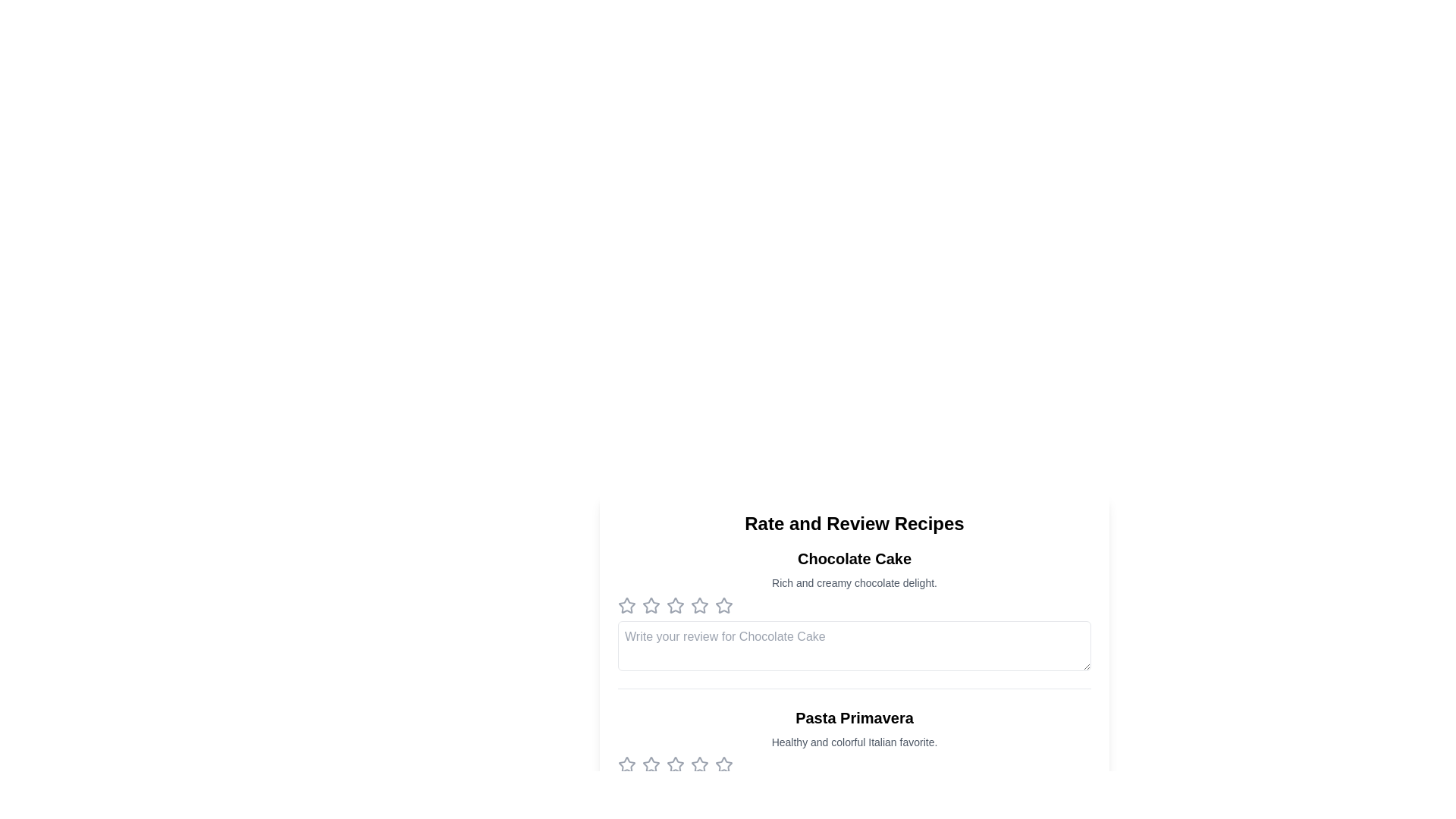  Describe the element at coordinates (698, 604) in the screenshot. I see `the fourth star from the left under the 'Chocolate Cake' heading` at that location.